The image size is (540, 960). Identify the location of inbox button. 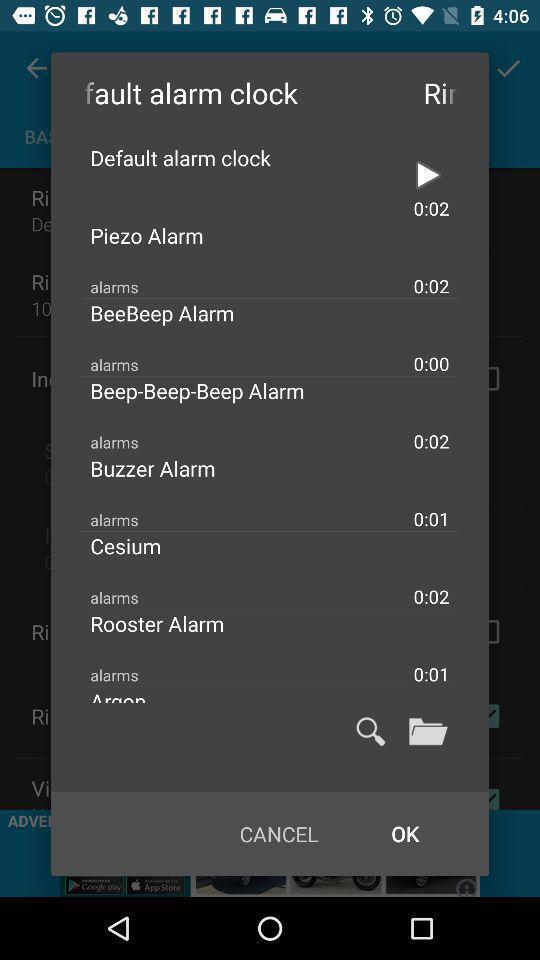
(427, 730).